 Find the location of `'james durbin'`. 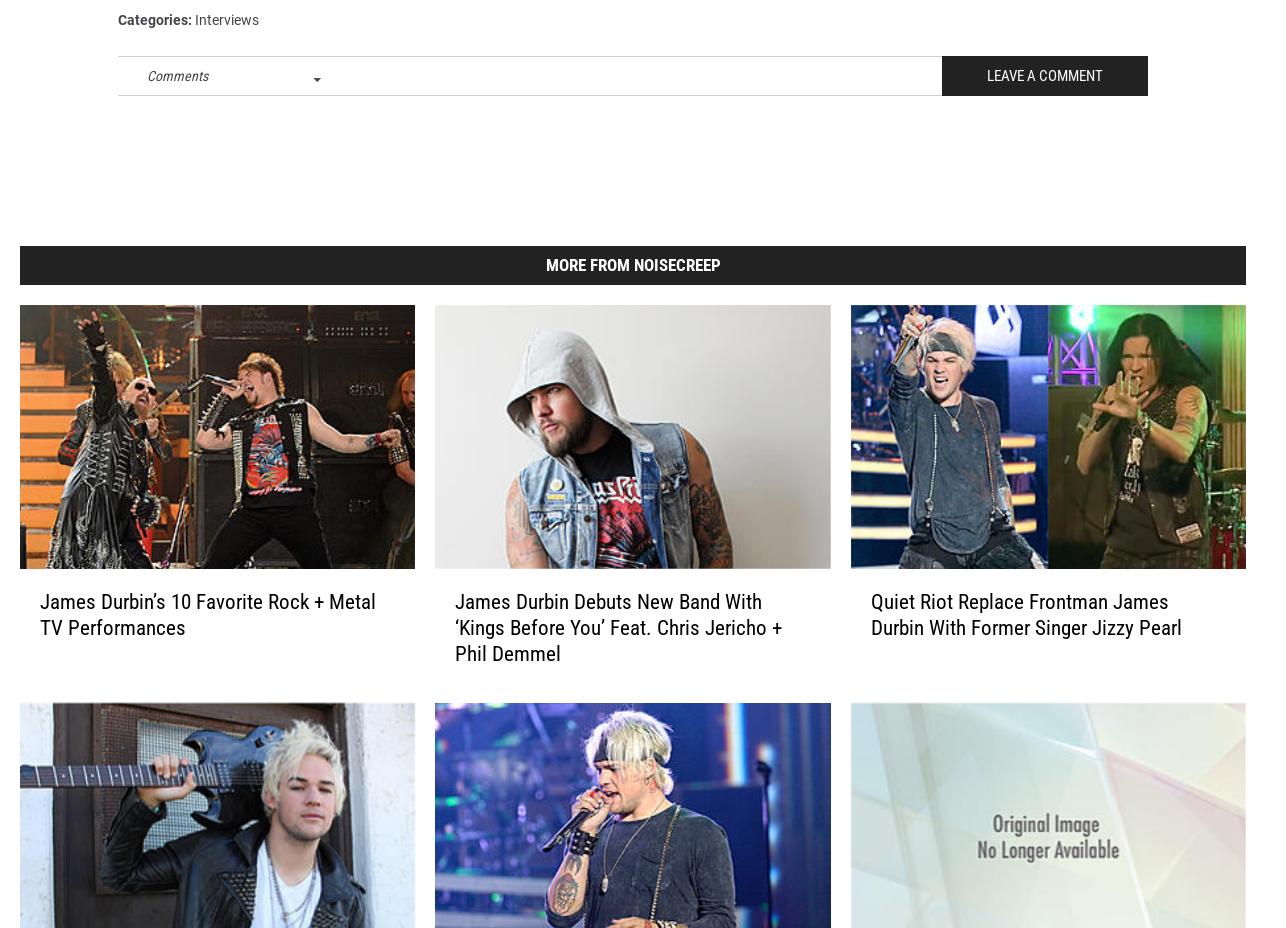

'james durbin' is located at coordinates (238, 18).